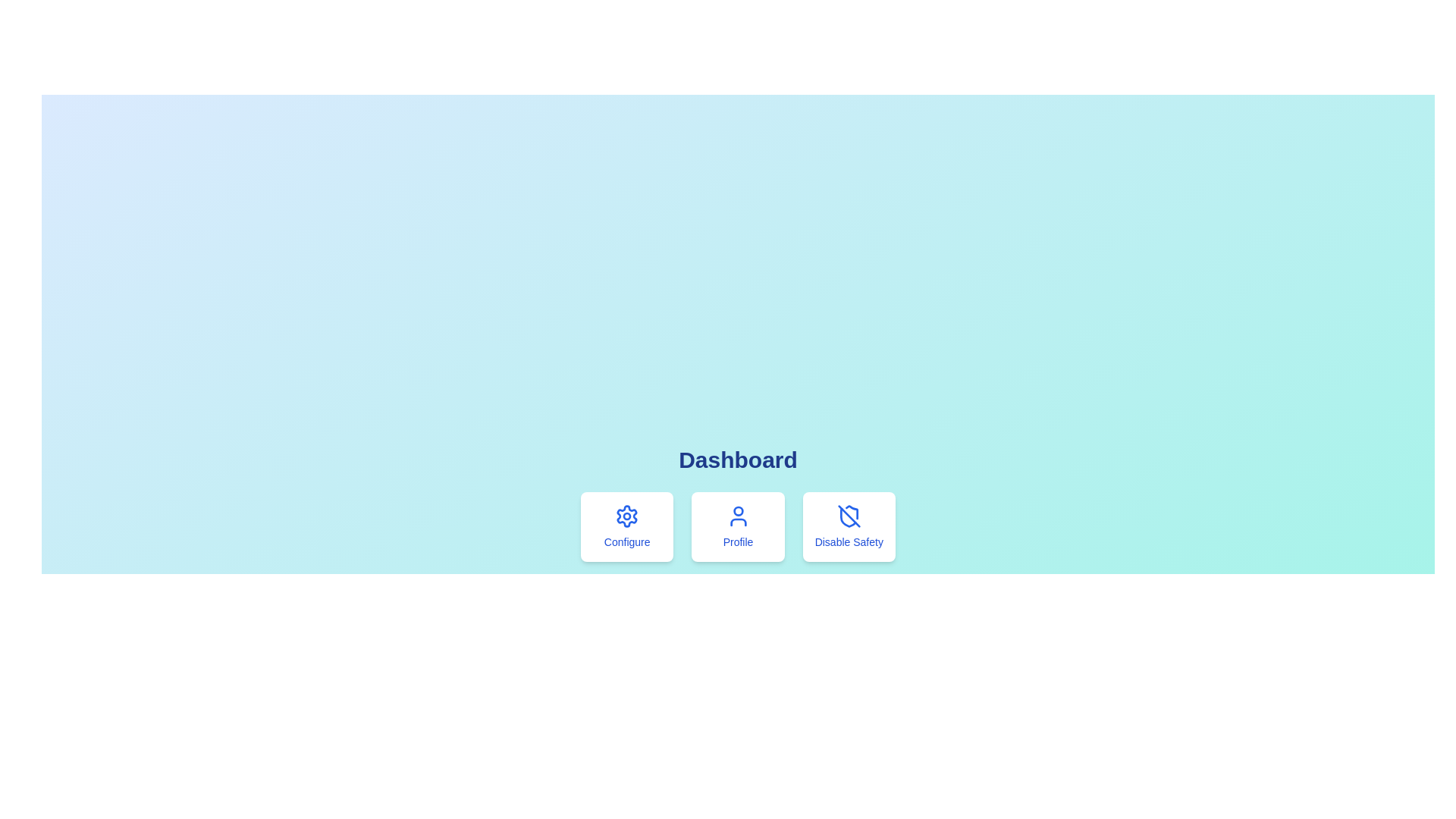 Image resolution: width=1456 pixels, height=819 pixels. I want to click on the centered 'Profile' button within the blue gradient background, so click(738, 526).